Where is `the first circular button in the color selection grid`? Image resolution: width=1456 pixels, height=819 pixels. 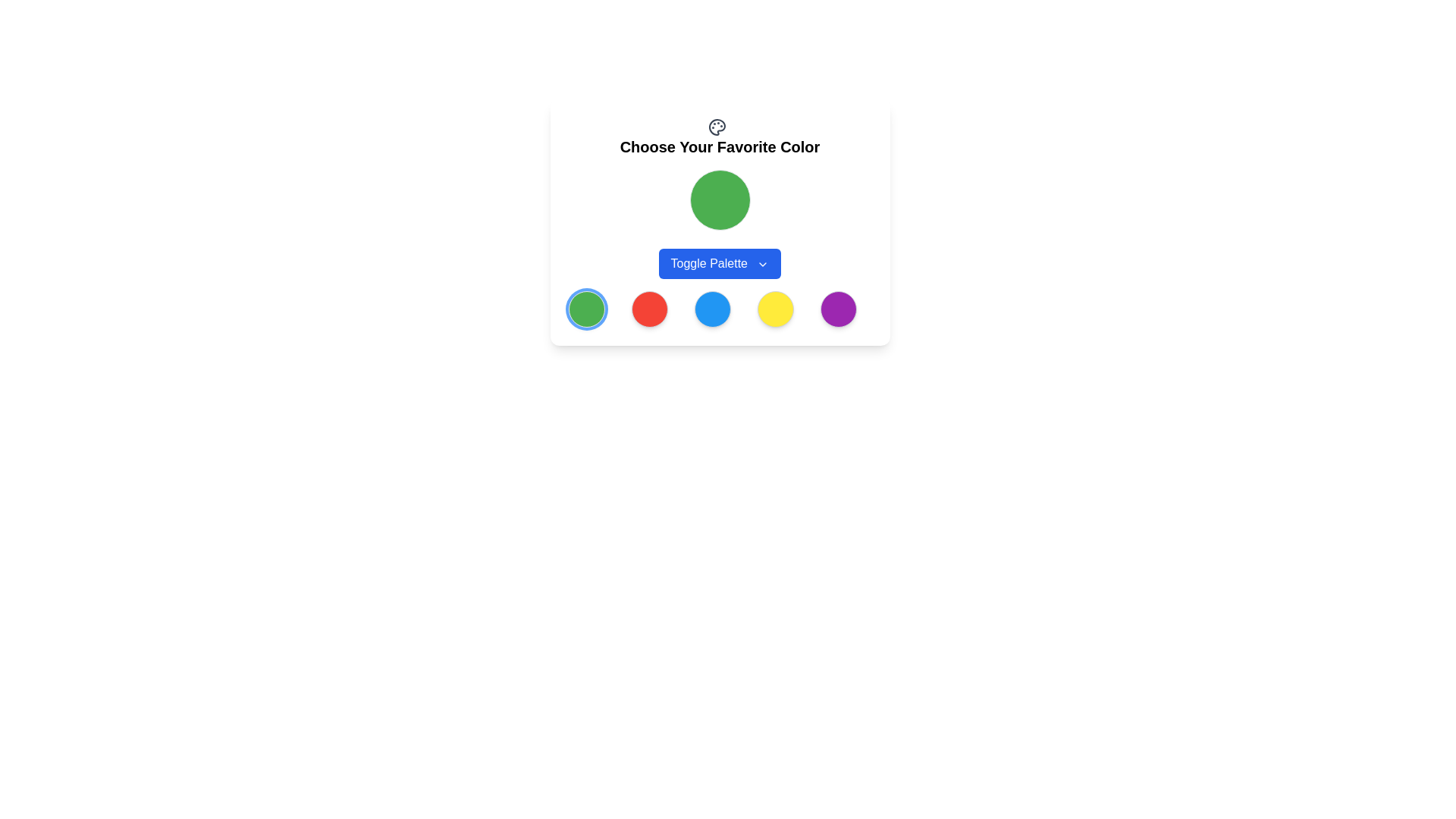 the first circular button in the color selection grid is located at coordinates (585, 308).